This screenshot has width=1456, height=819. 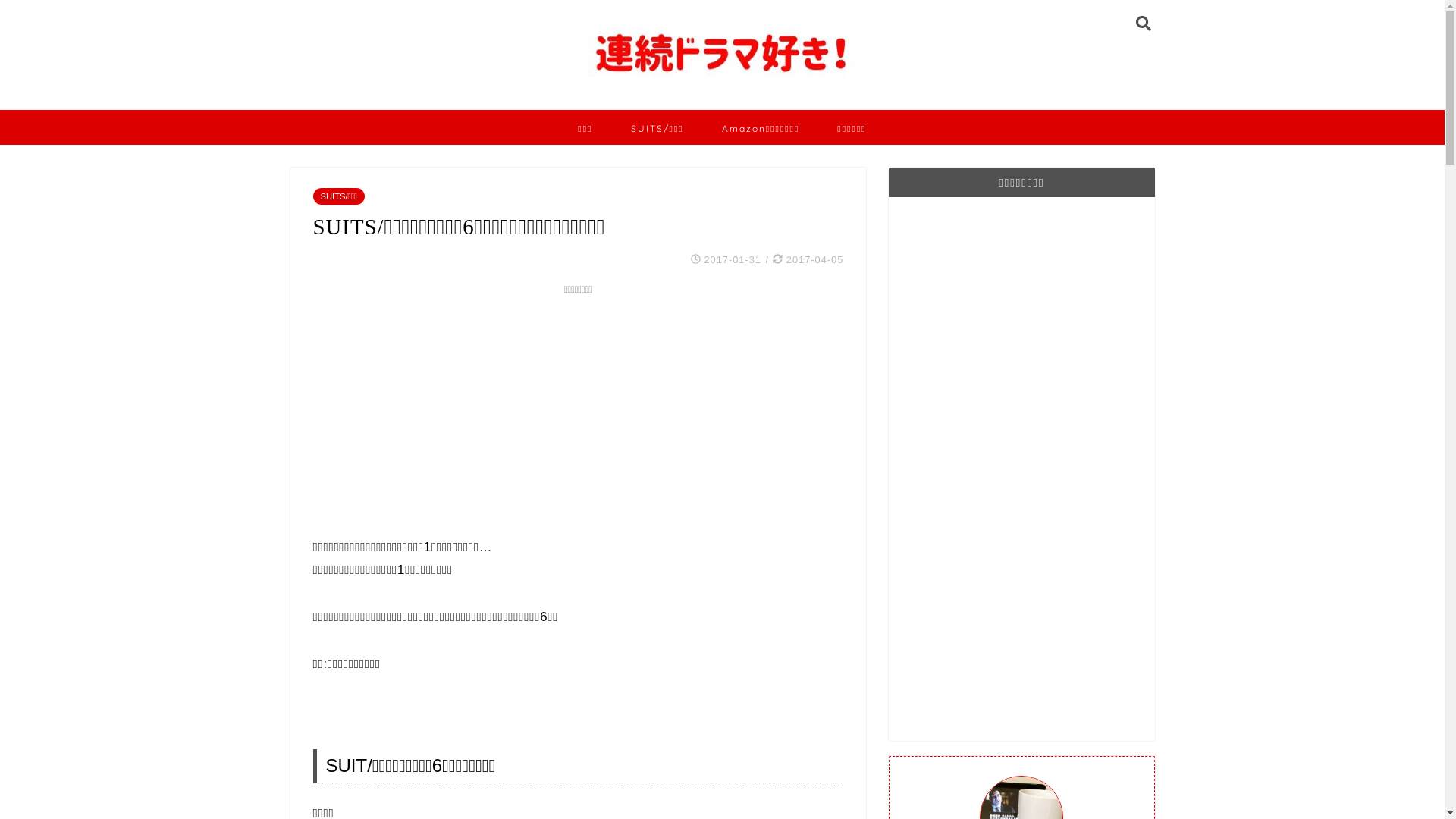 What do you see at coordinates (910, 467) in the screenshot?
I see `'Advertisement'` at bounding box center [910, 467].